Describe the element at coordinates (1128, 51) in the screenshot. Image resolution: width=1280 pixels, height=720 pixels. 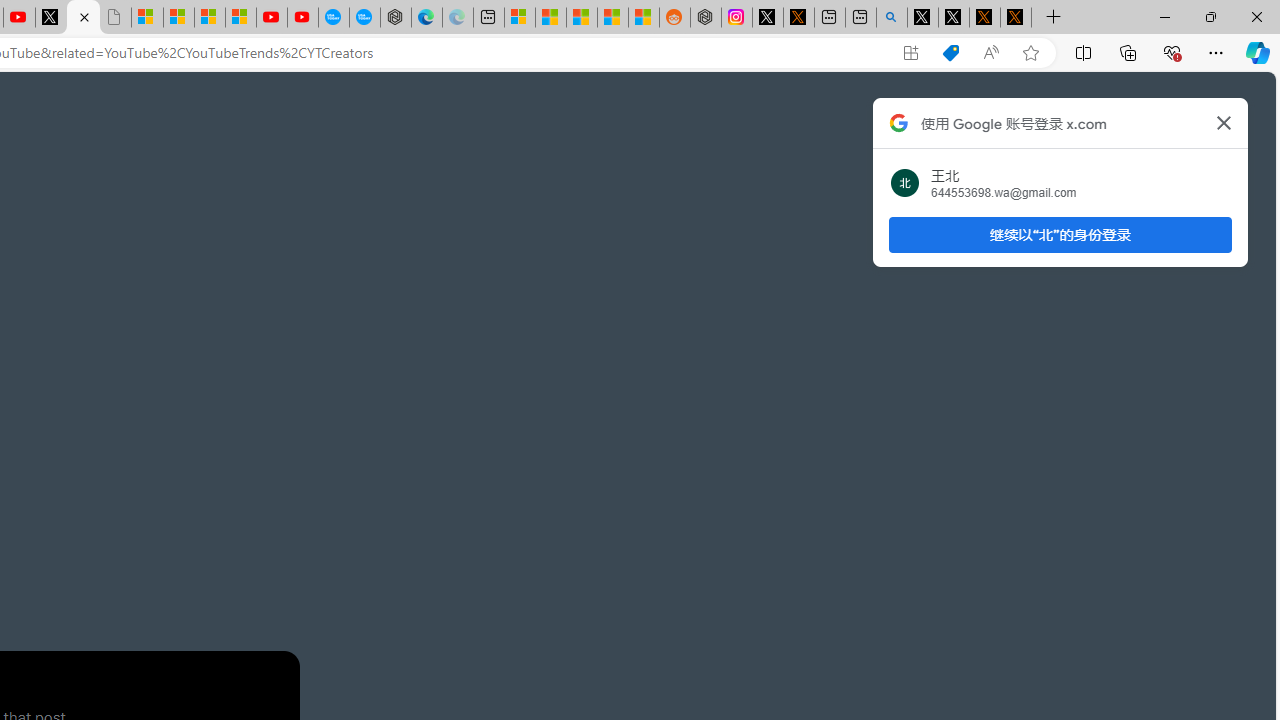
I see `'Collections'` at that location.